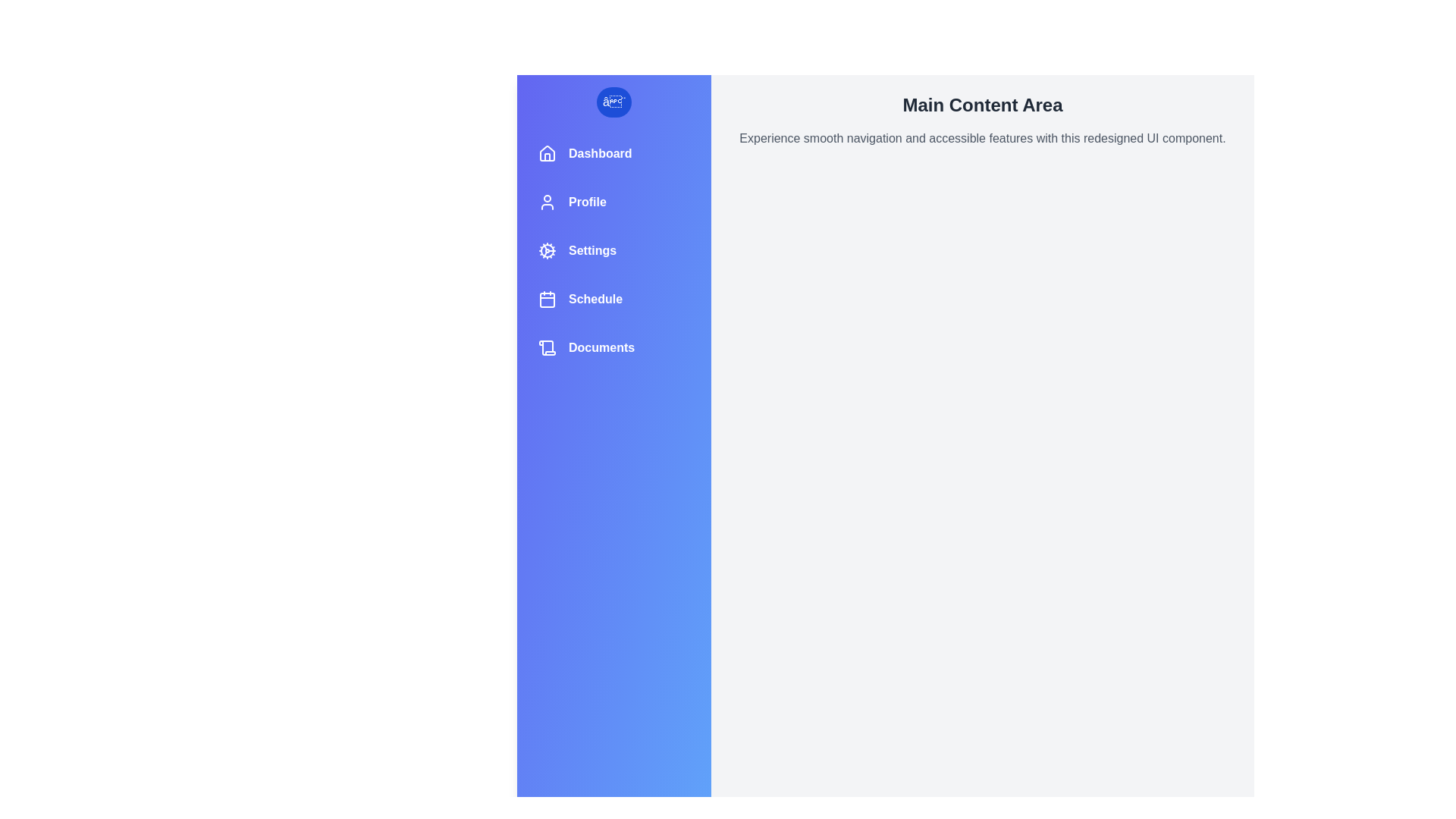  What do you see at coordinates (614, 348) in the screenshot?
I see `the navigation item labeled 'Documents' to observe the hover effect` at bounding box center [614, 348].